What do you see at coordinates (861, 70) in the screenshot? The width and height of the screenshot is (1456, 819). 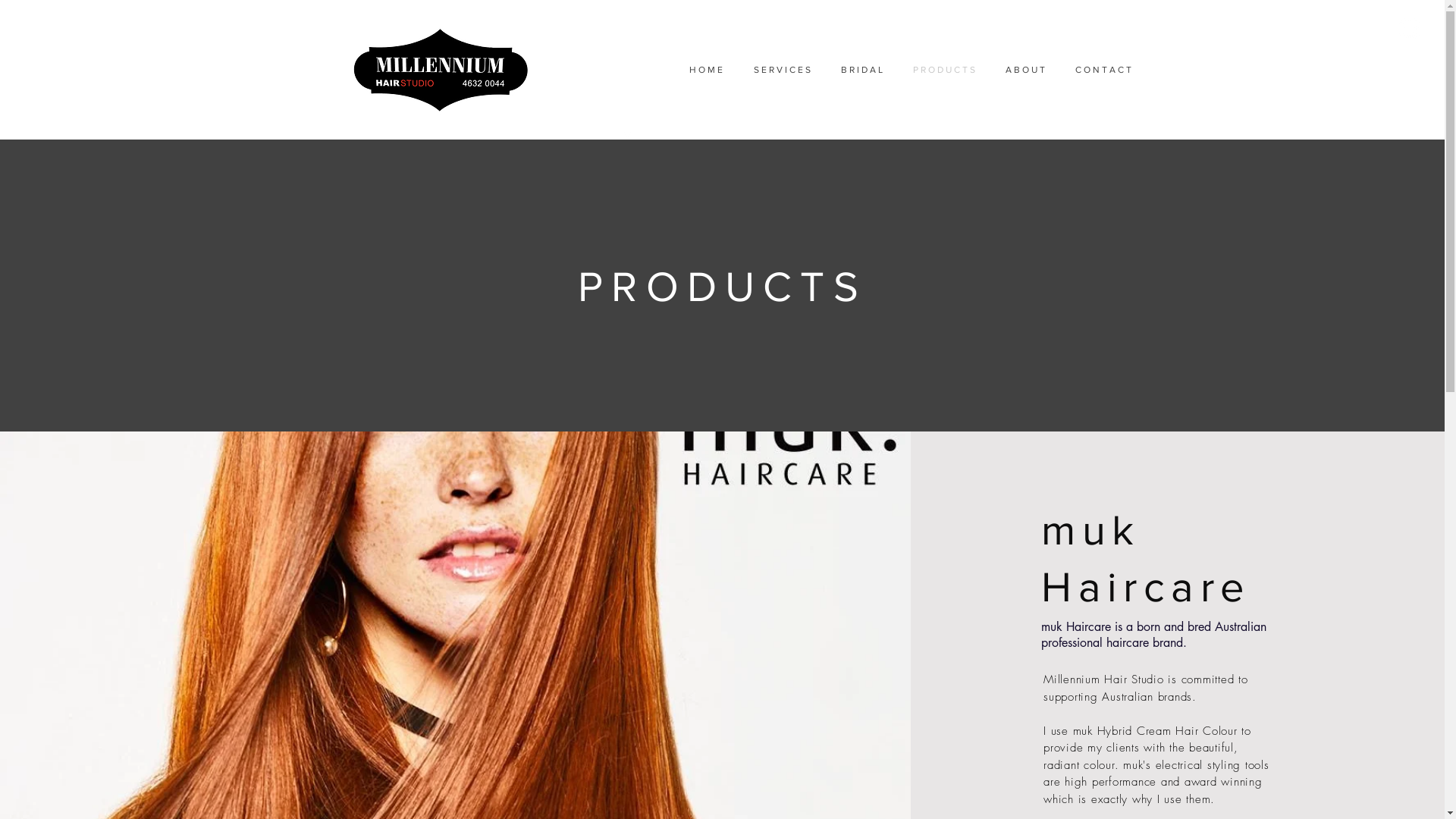 I see `'B R I D A L'` at bounding box center [861, 70].